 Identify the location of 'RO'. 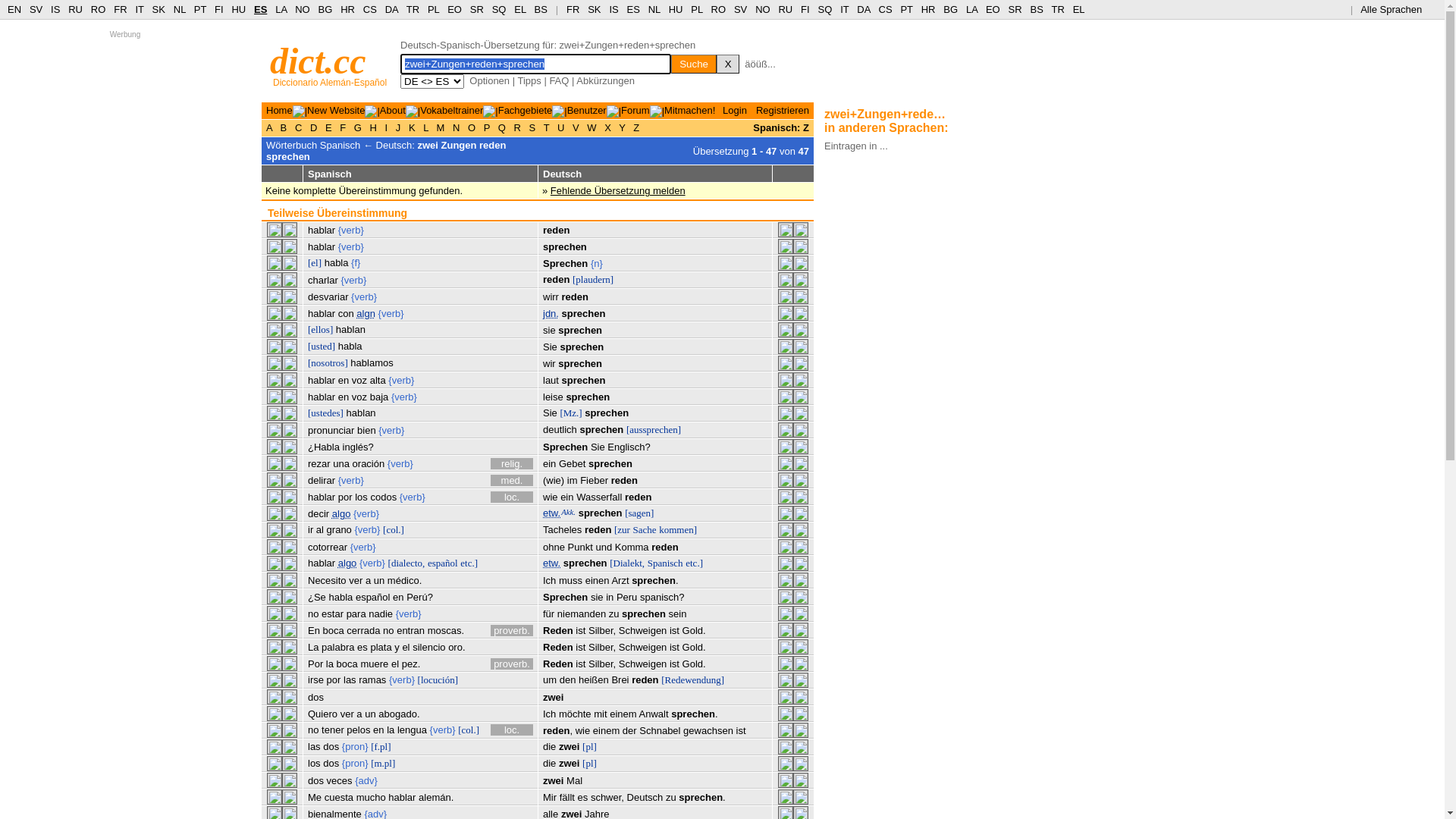
(710, 9).